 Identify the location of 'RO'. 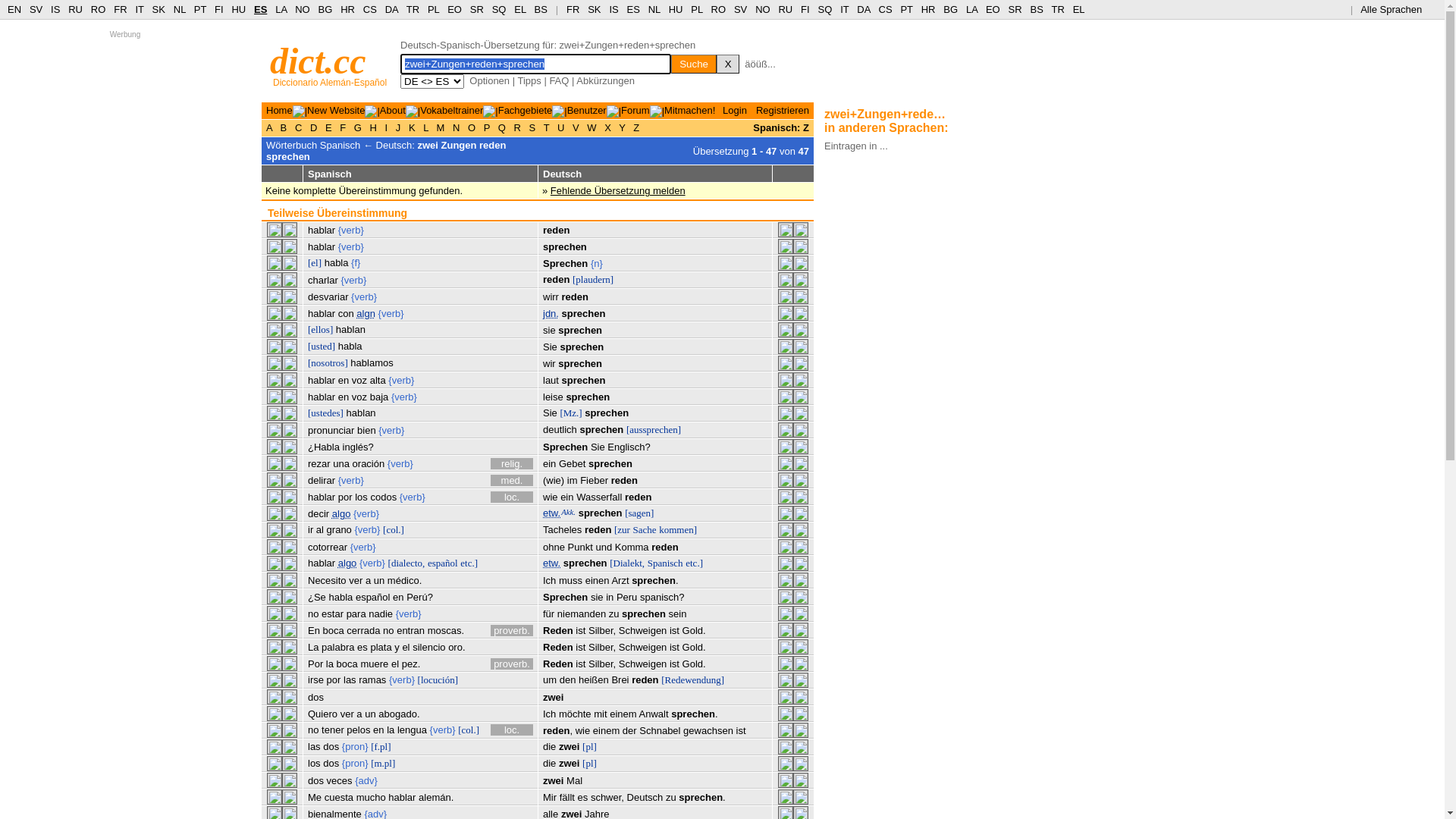
(710, 9).